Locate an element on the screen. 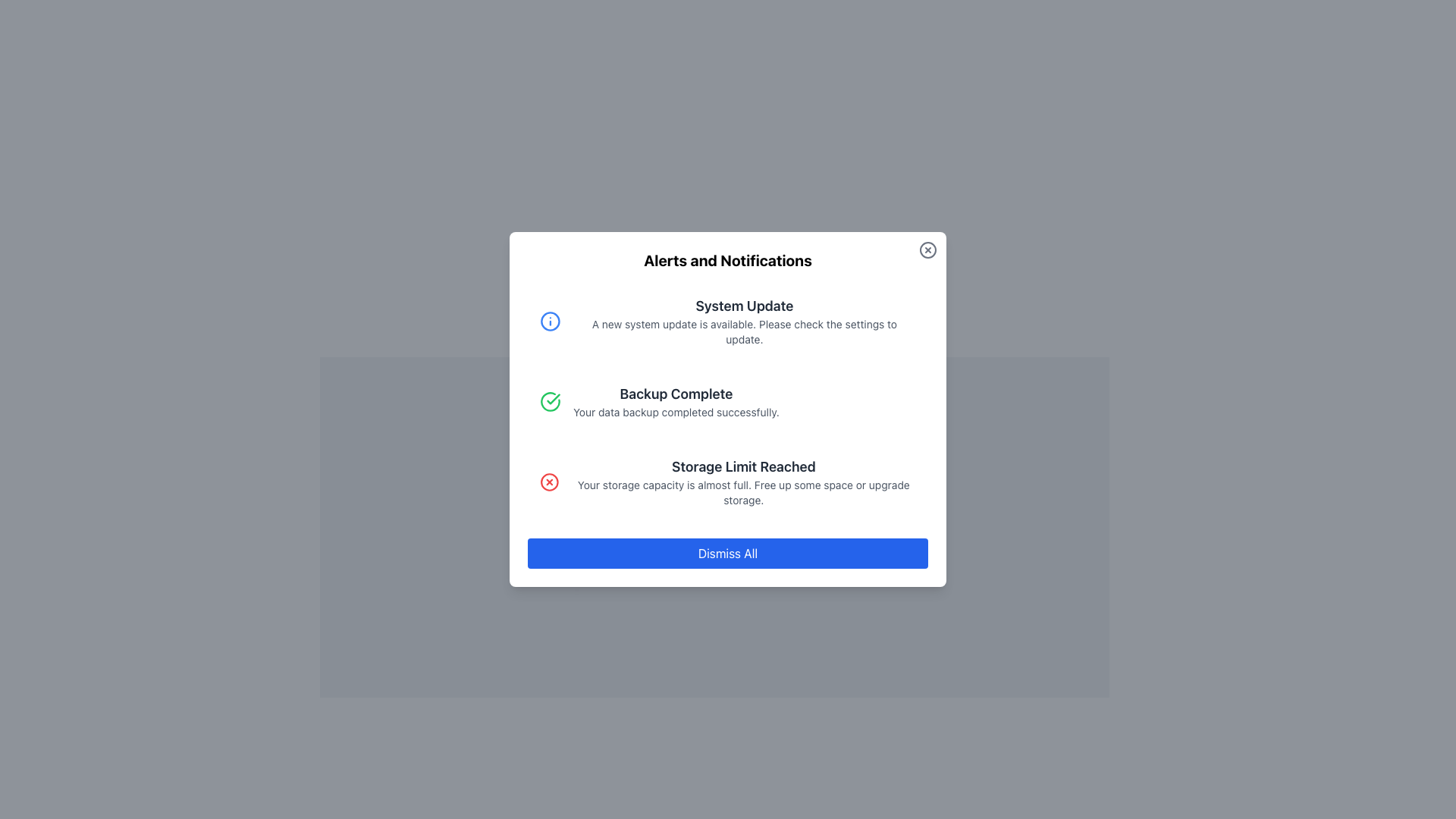 Image resolution: width=1456 pixels, height=819 pixels. the status indicator icon that visually confirms the successful completion of the backup process, located in the notification card with the text 'Backup Complete', which is the second notification in the list is located at coordinates (549, 400).